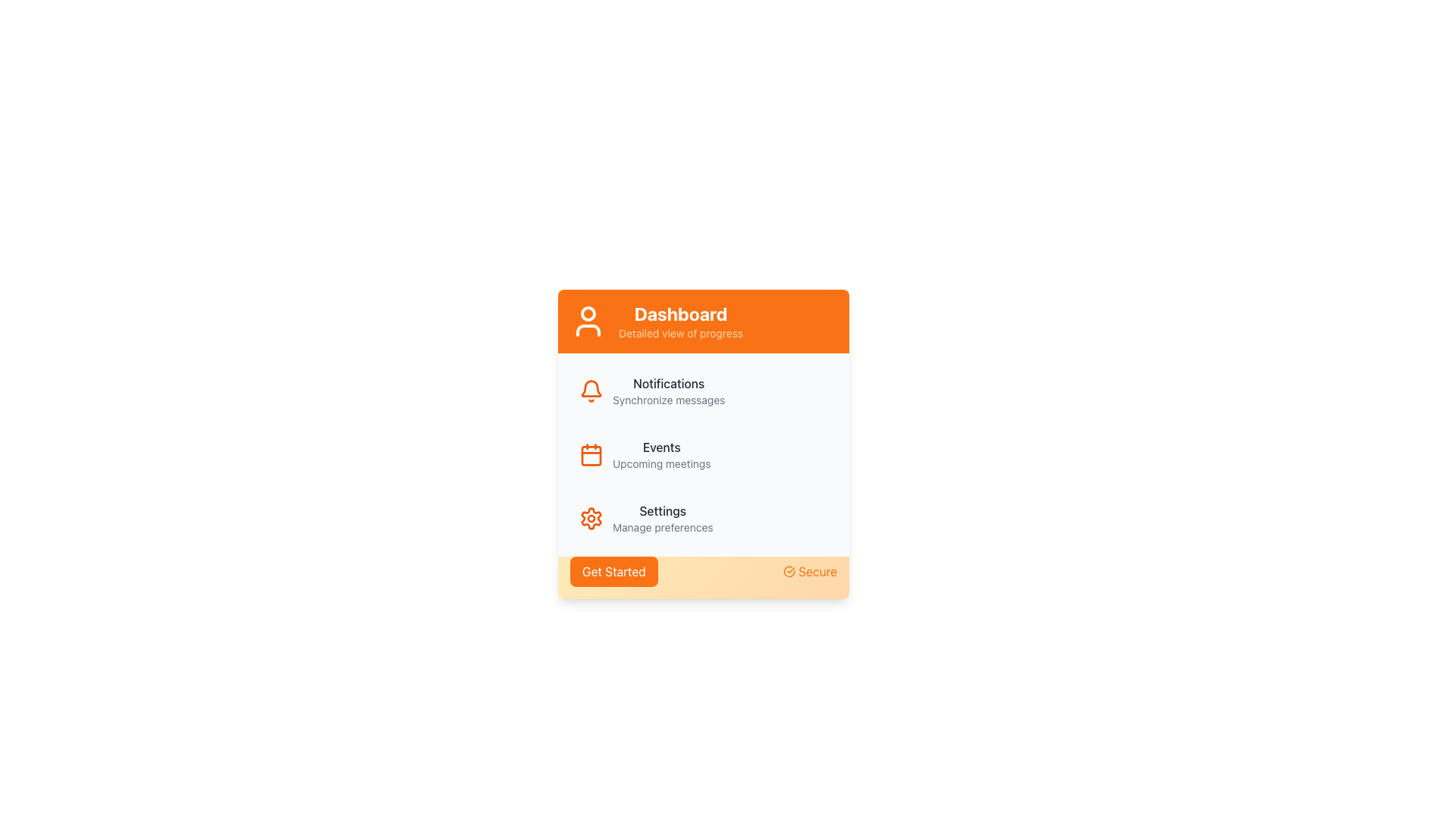 The height and width of the screenshot is (819, 1456). Describe the element at coordinates (613, 571) in the screenshot. I see `the 'Get Started' button, which is a bright orange rectangular button with rounded corners` at that location.